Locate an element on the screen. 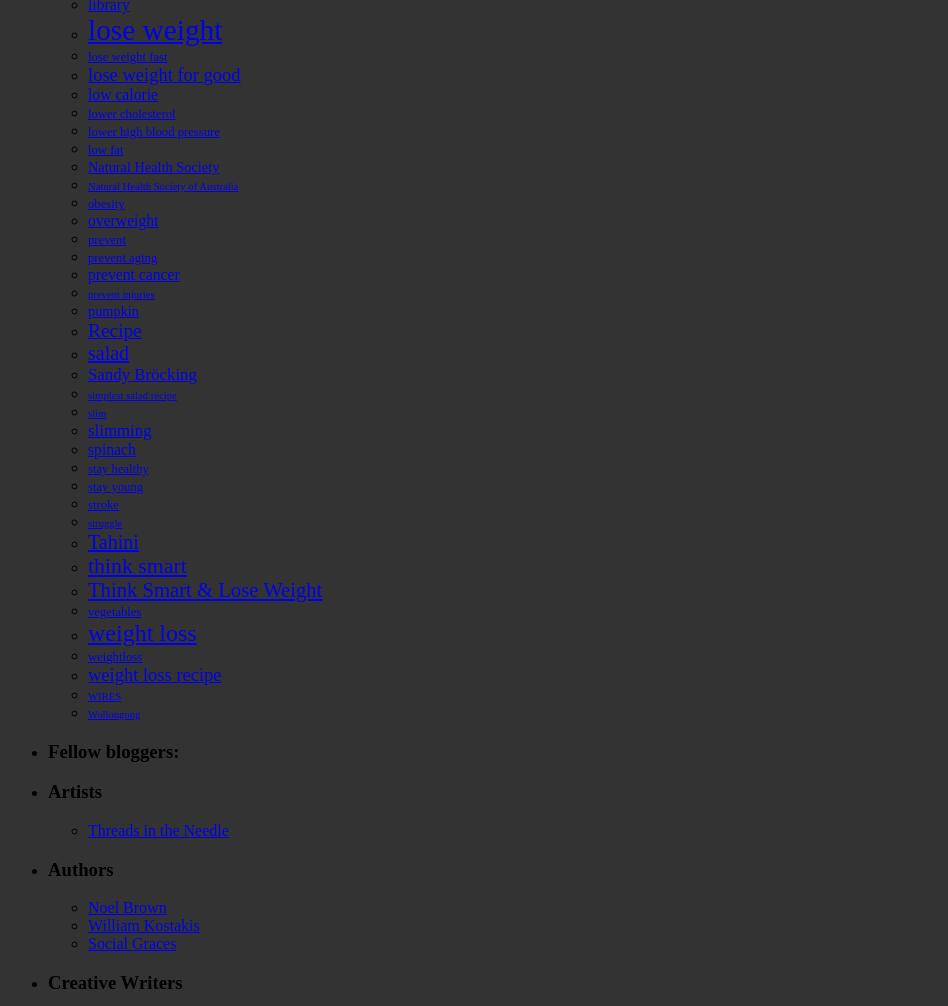  'Social Graces' is located at coordinates (87, 942).